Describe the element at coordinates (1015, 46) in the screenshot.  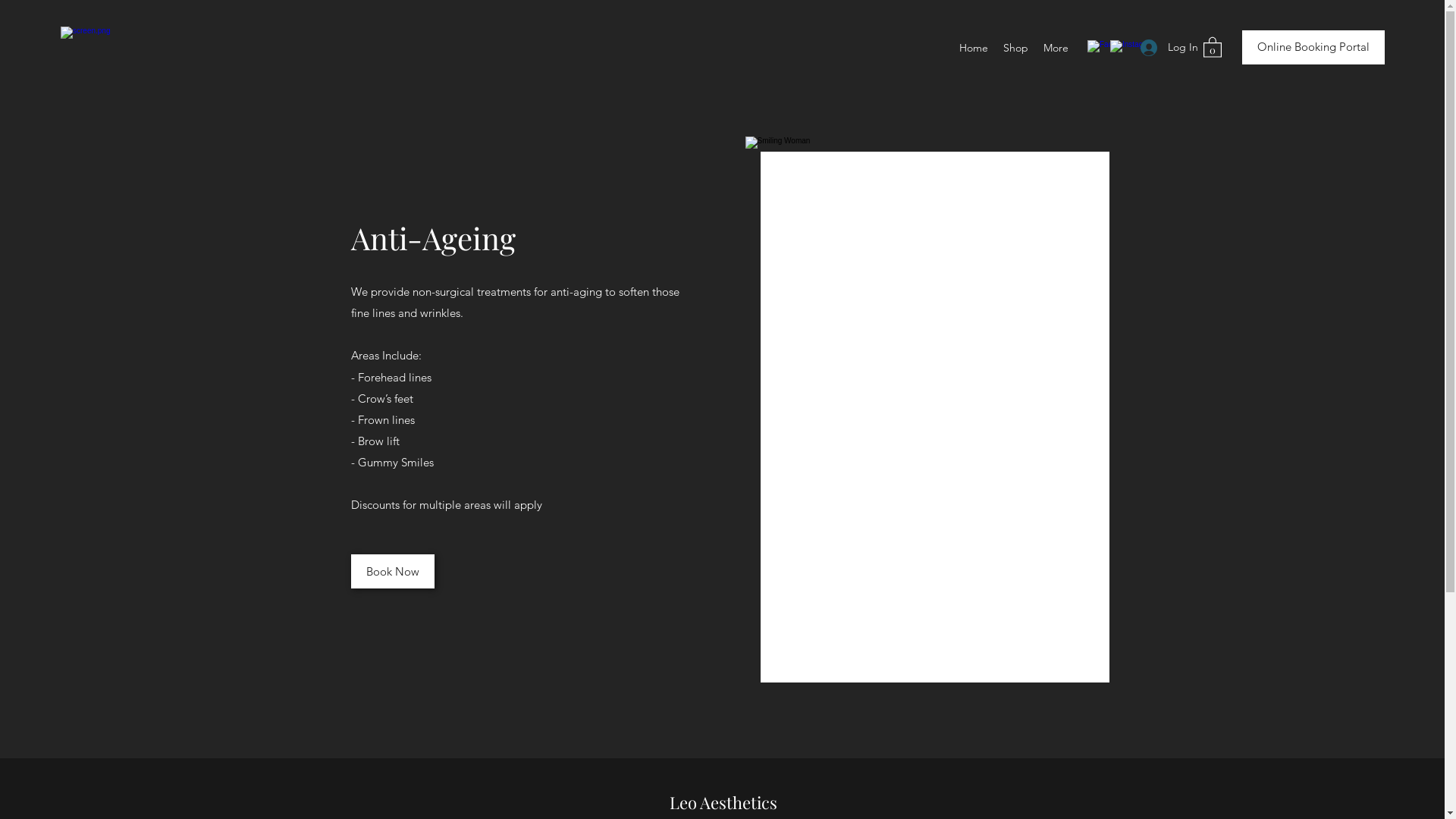
I see `'Shop'` at that location.